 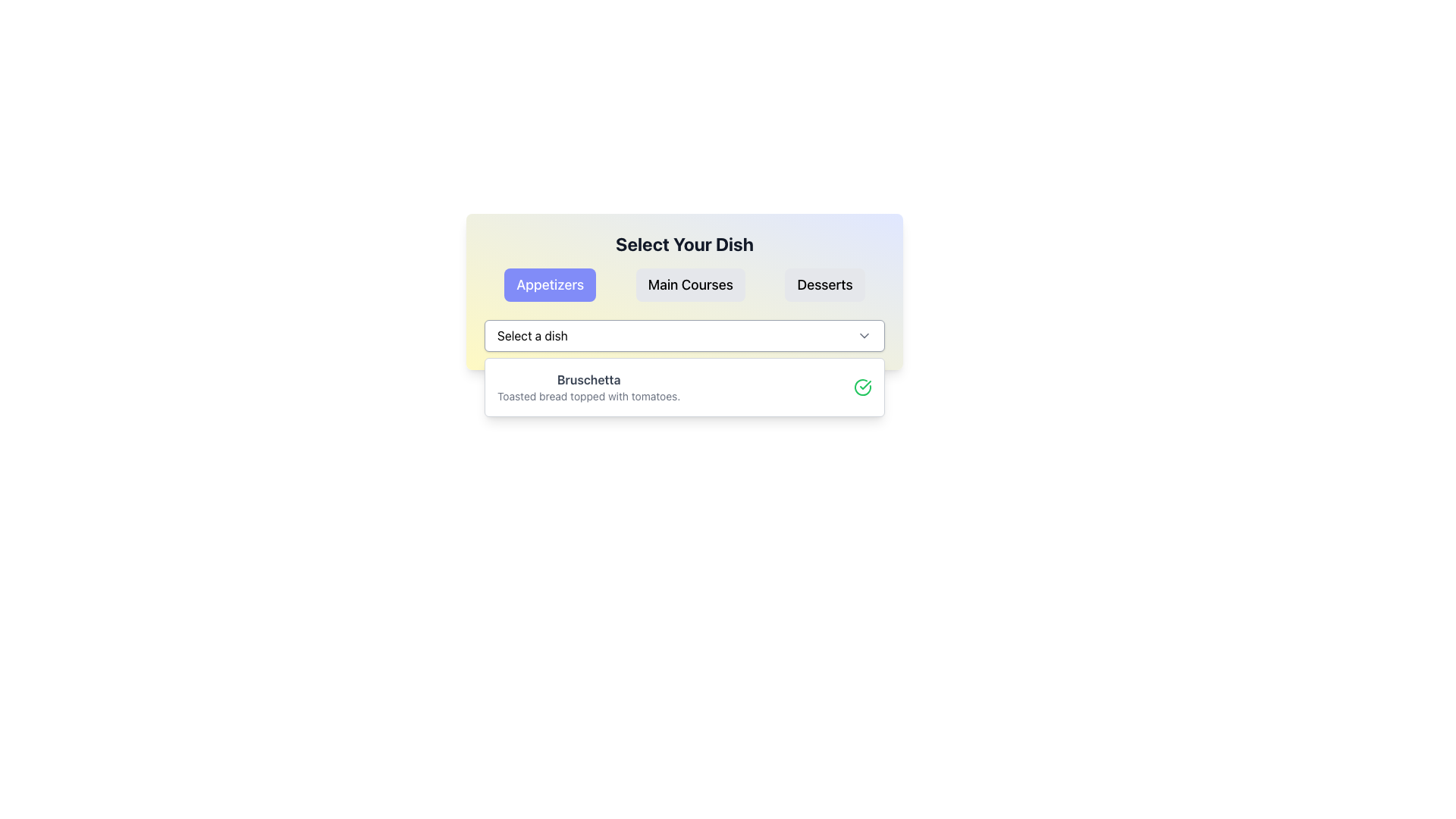 What do you see at coordinates (588, 396) in the screenshot?
I see `the non-interactive text label providing additional information about 'Bruschetta', which is positioned centrally beneath the heading in a dropdown-like list box` at bounding box center [588, 396].